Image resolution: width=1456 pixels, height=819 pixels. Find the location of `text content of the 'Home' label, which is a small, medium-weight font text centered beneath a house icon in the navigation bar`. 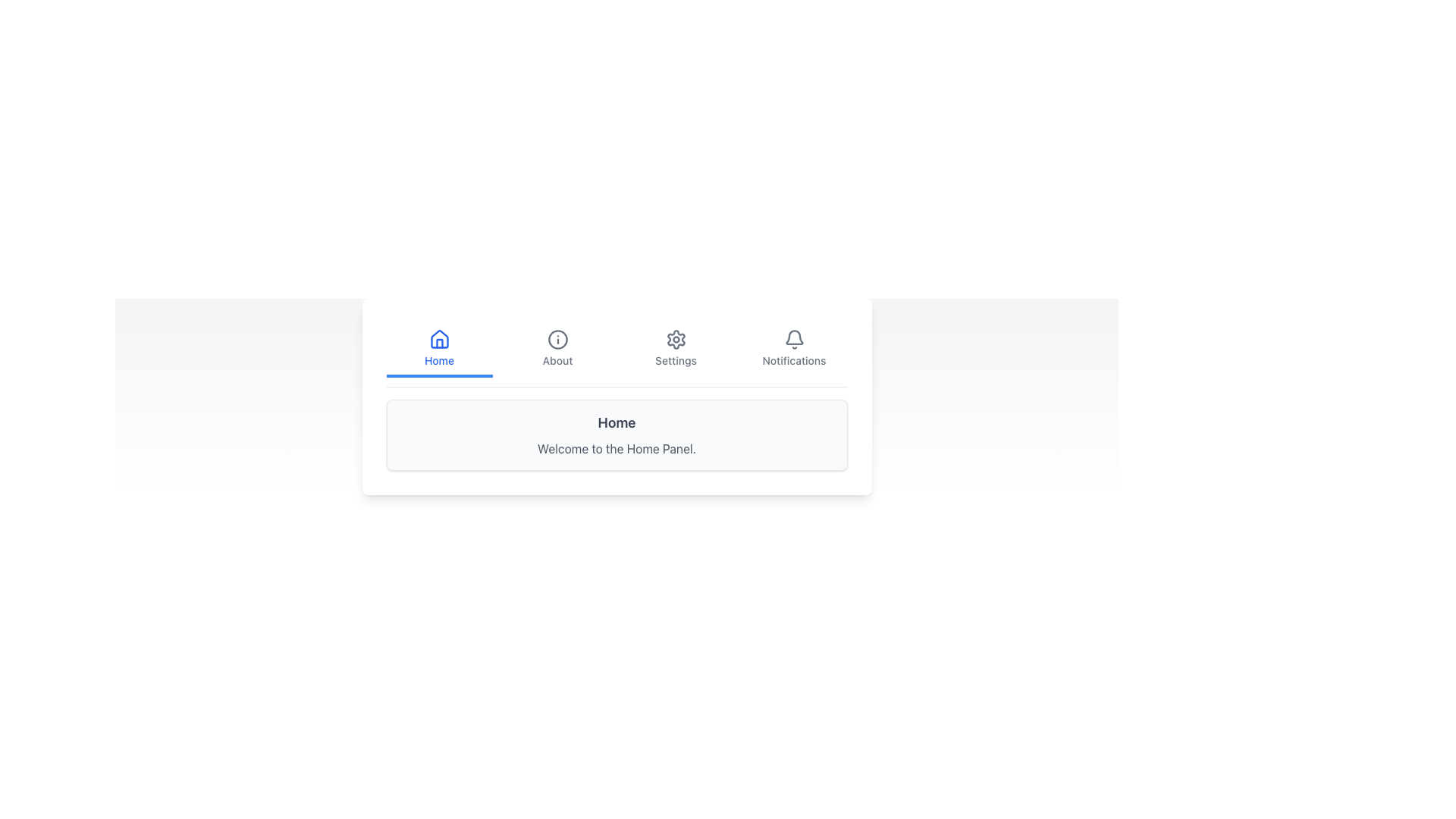

text content of the 'Home' label, which is a small, medium-weight font text centered beneath a house icon in the navigation bar is located at coordinates (438, 360).